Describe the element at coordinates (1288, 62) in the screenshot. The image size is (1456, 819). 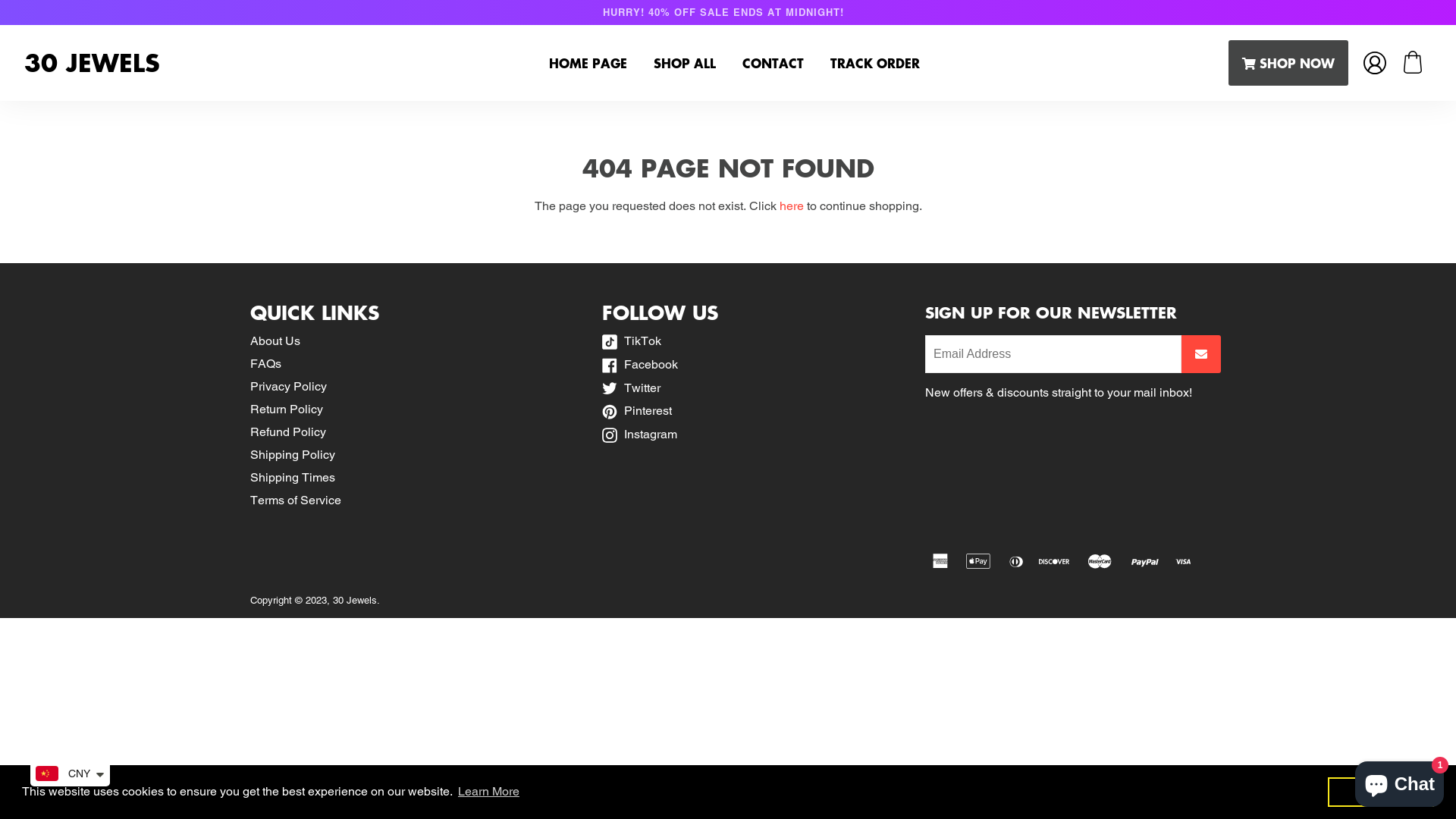
I see `'SHOP NOW'` at that location.